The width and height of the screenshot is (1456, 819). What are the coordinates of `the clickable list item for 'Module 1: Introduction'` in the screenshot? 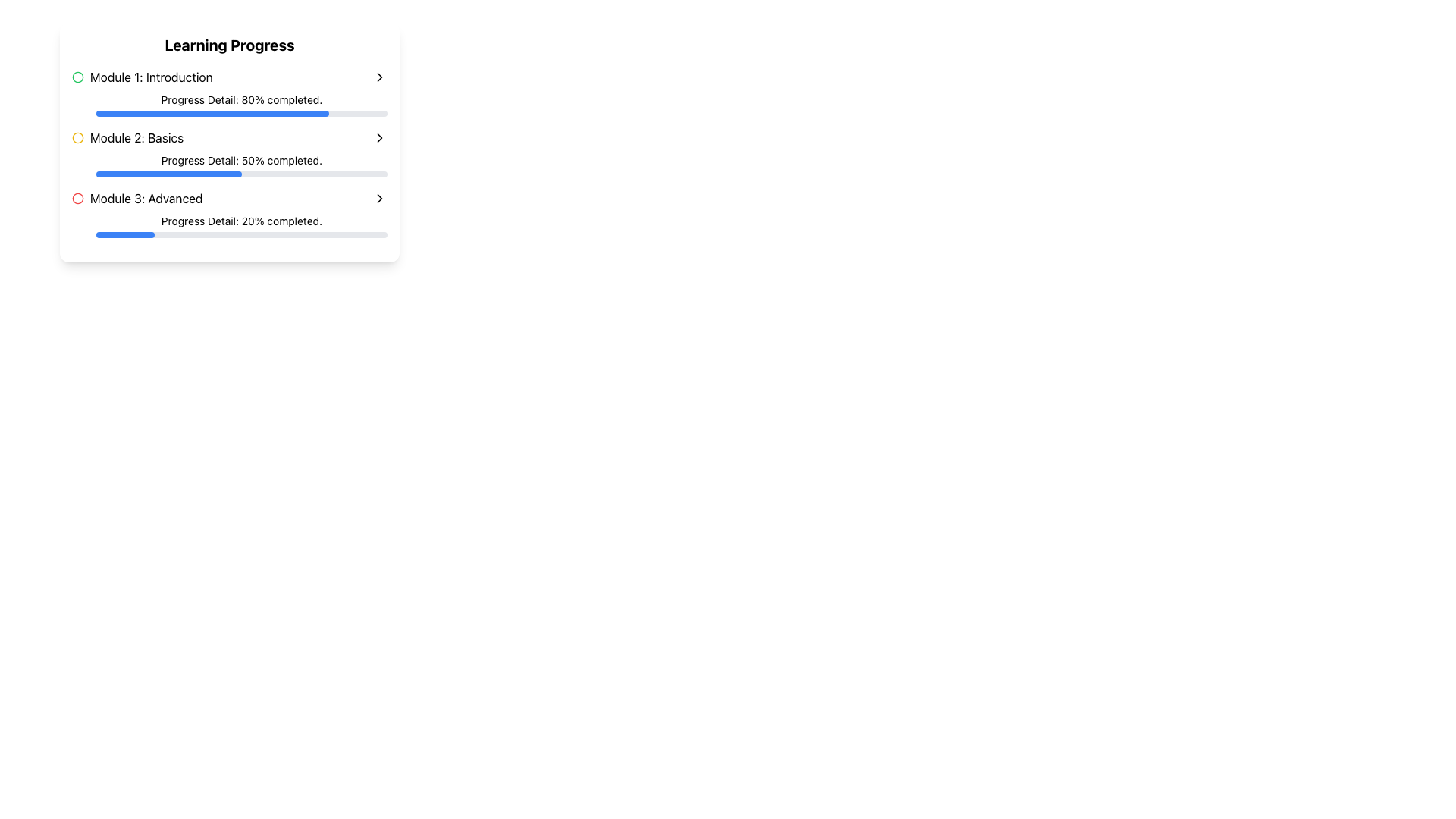 It's located at (228, 77).